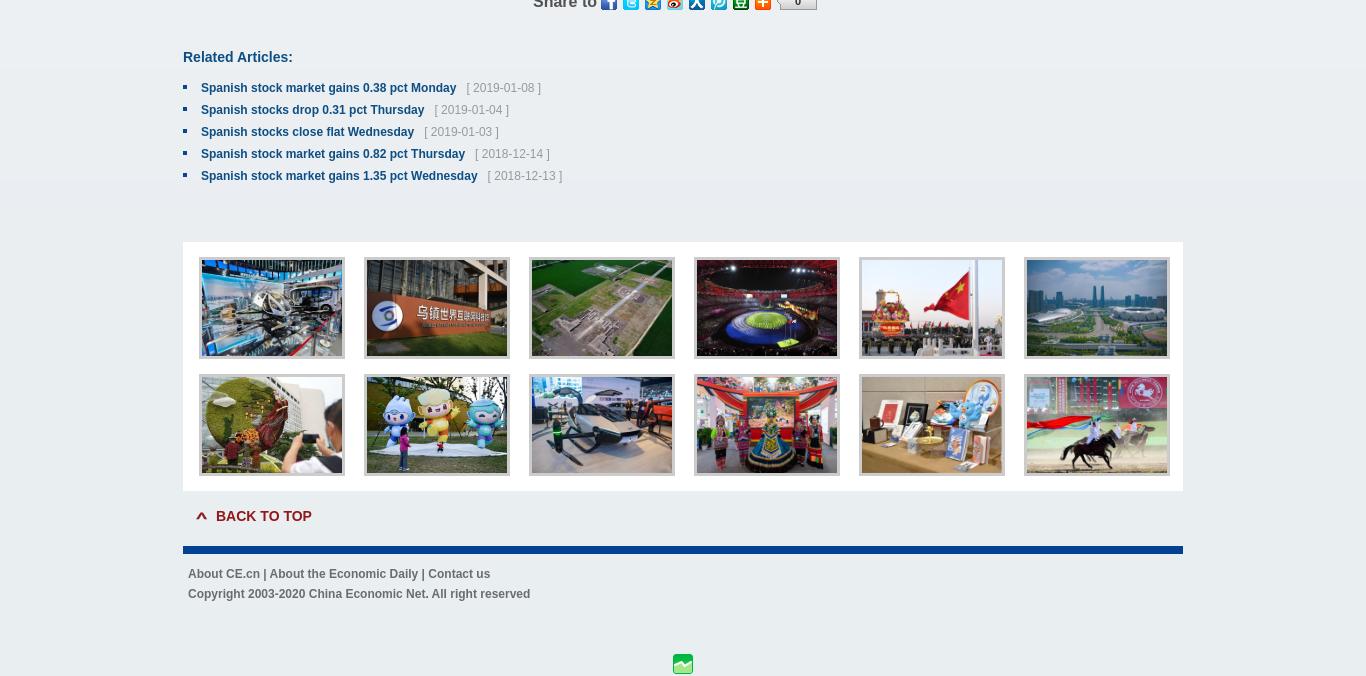 This screenshot has width=1366, height=676. Describe the element at coordinates (357, 594) in the screenshot. I see `'Copyright 2003-2020 China Economic Net. All right reserved'` at that location.